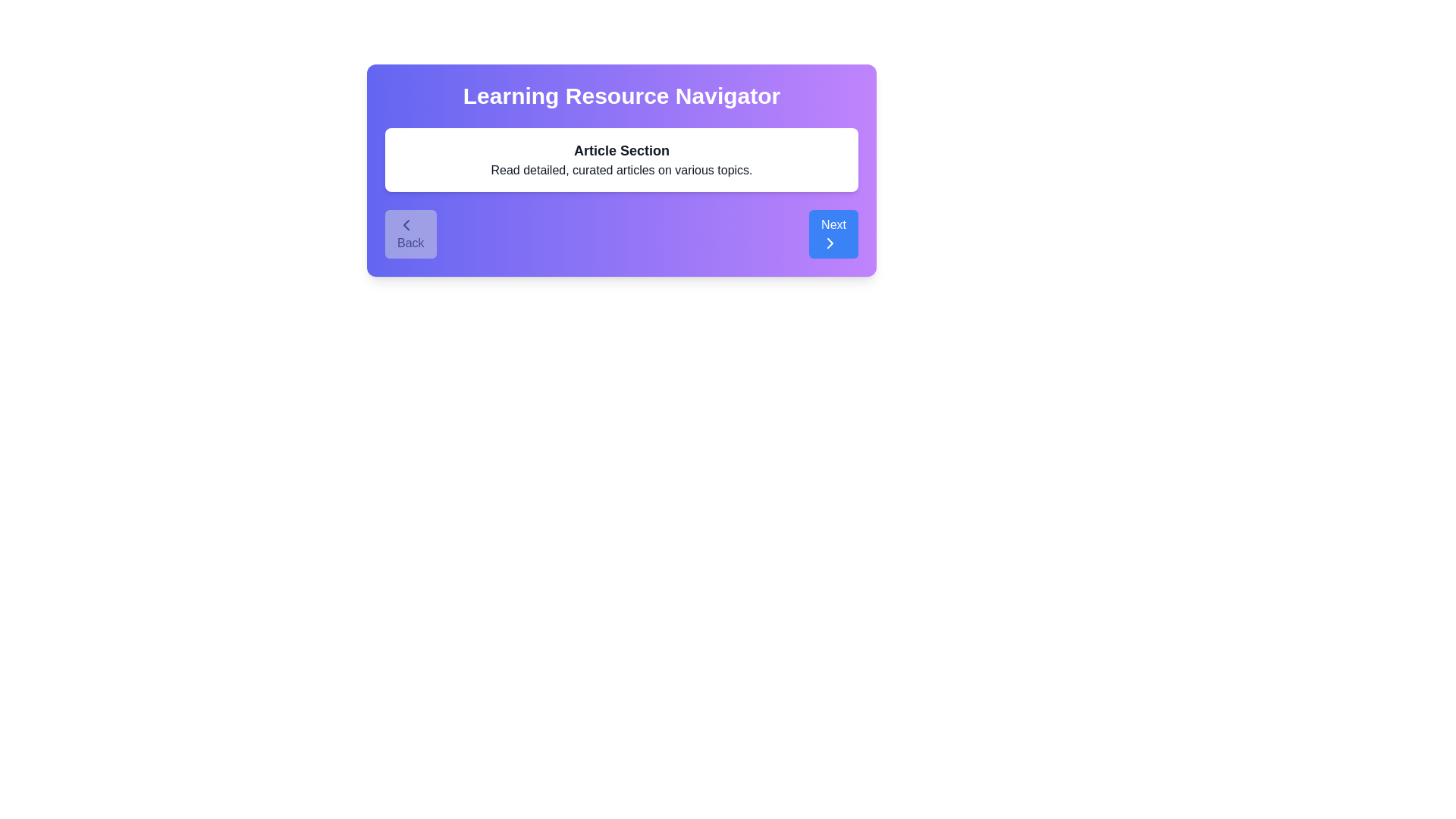  I want to click on the Back button to navigate between resources, so click(410, 234).